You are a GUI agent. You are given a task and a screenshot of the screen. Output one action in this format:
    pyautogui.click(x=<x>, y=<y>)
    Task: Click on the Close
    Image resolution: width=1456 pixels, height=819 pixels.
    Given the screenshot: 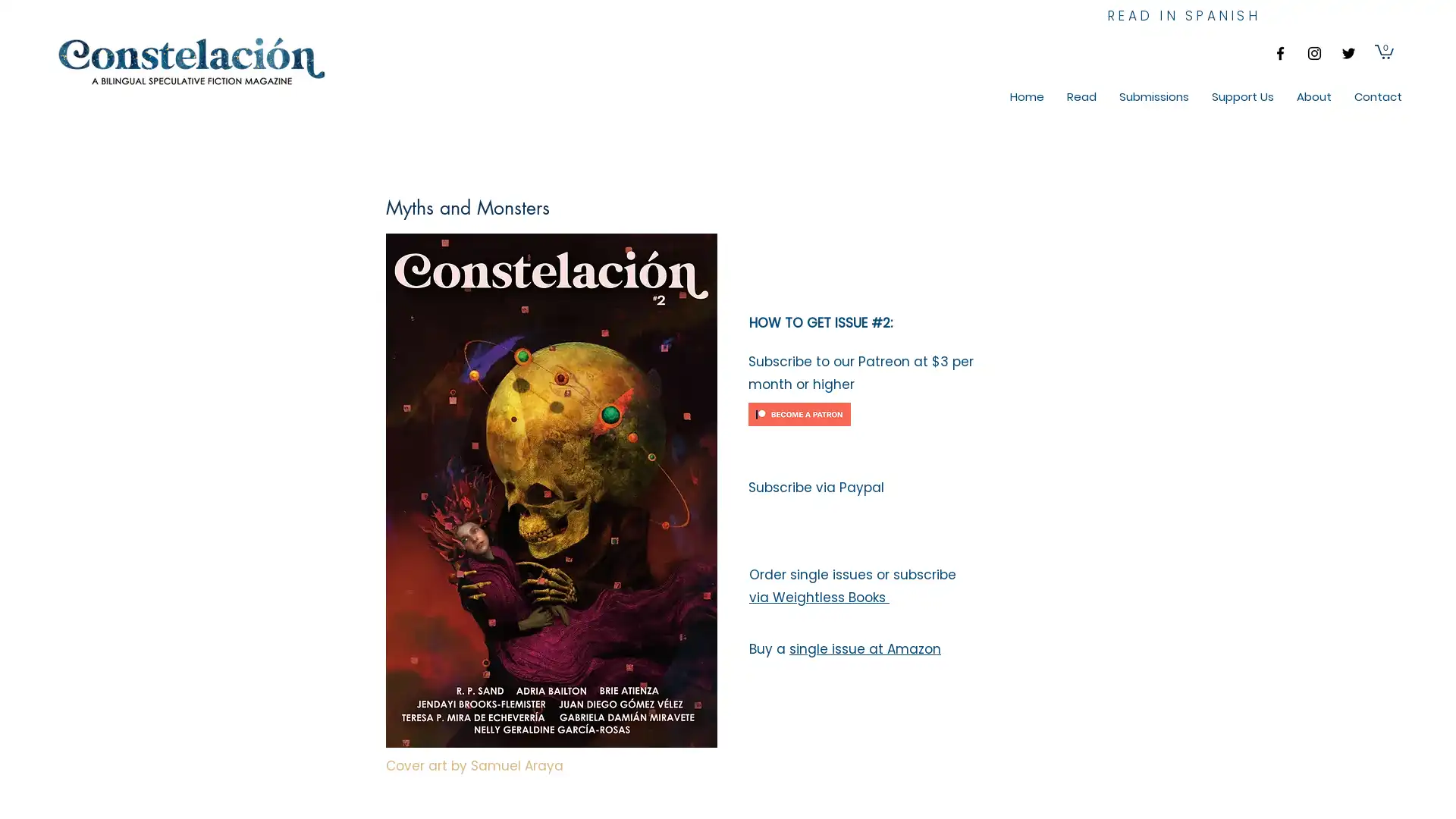 What is the action you would take?
    pyautogui.click(x=1437, y=792)
    